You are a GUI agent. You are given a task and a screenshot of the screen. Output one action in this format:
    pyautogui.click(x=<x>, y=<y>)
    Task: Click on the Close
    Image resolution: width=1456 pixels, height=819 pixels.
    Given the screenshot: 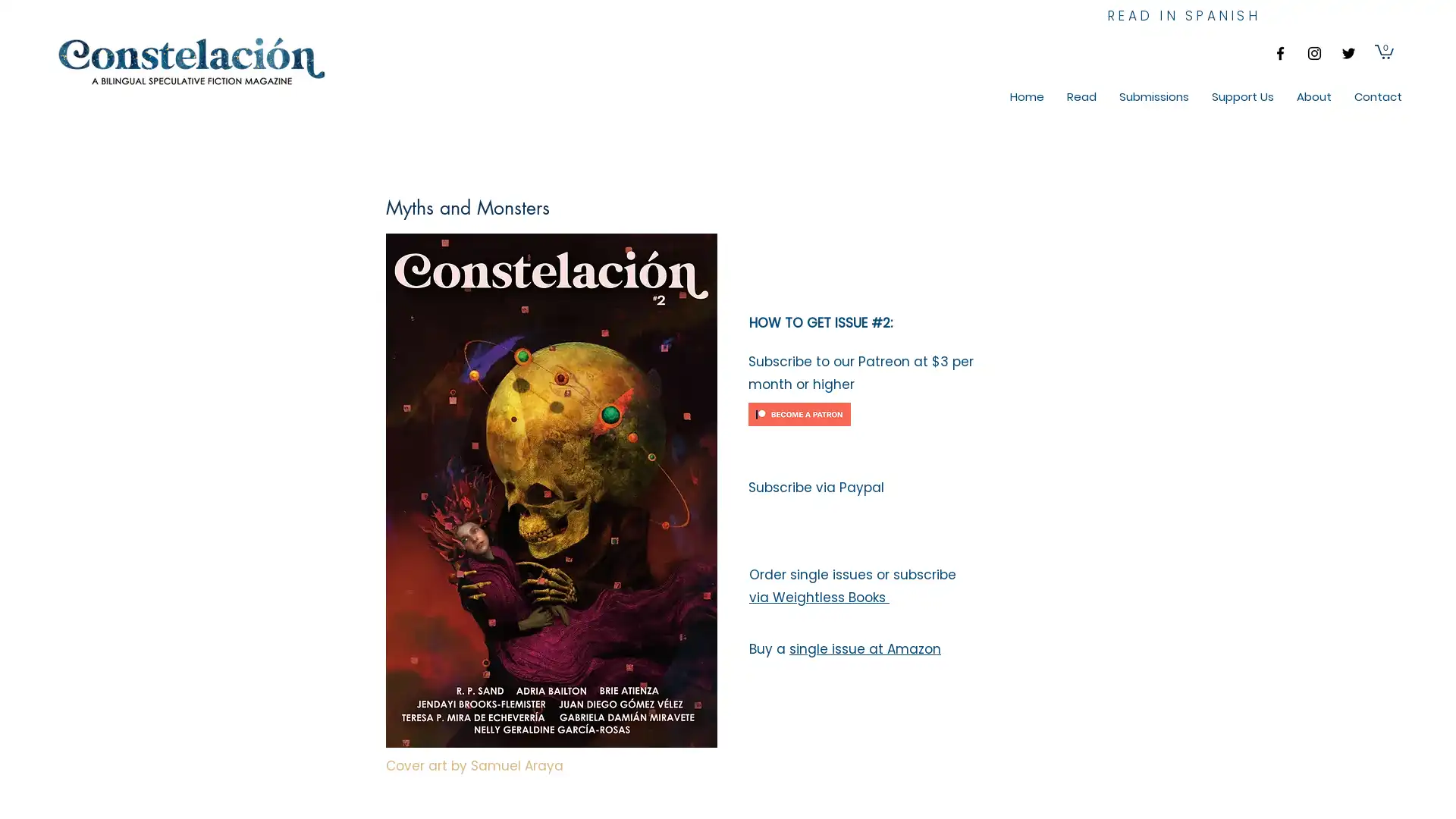 What is the action you would take?
    pyautogui.click(x=1437, y=792)
    